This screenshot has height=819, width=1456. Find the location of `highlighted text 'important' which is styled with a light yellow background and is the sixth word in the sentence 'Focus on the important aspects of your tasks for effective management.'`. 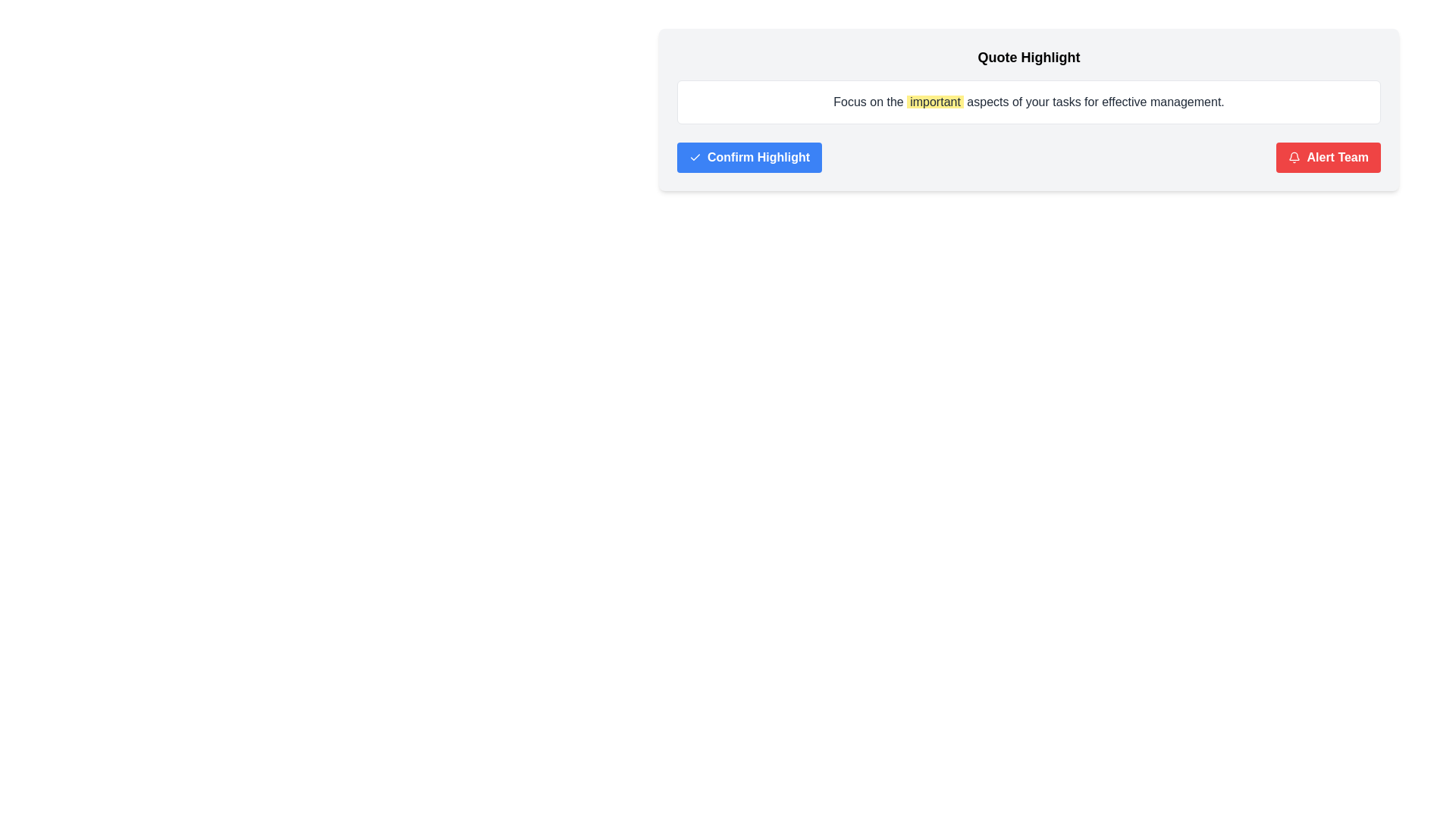

highlighted text 'important' which is styled with a light yellow background and is the sixth word in the sentence 'Focus on the important aspects of your tasks for effective management.' is located at coordinates (934, 102).